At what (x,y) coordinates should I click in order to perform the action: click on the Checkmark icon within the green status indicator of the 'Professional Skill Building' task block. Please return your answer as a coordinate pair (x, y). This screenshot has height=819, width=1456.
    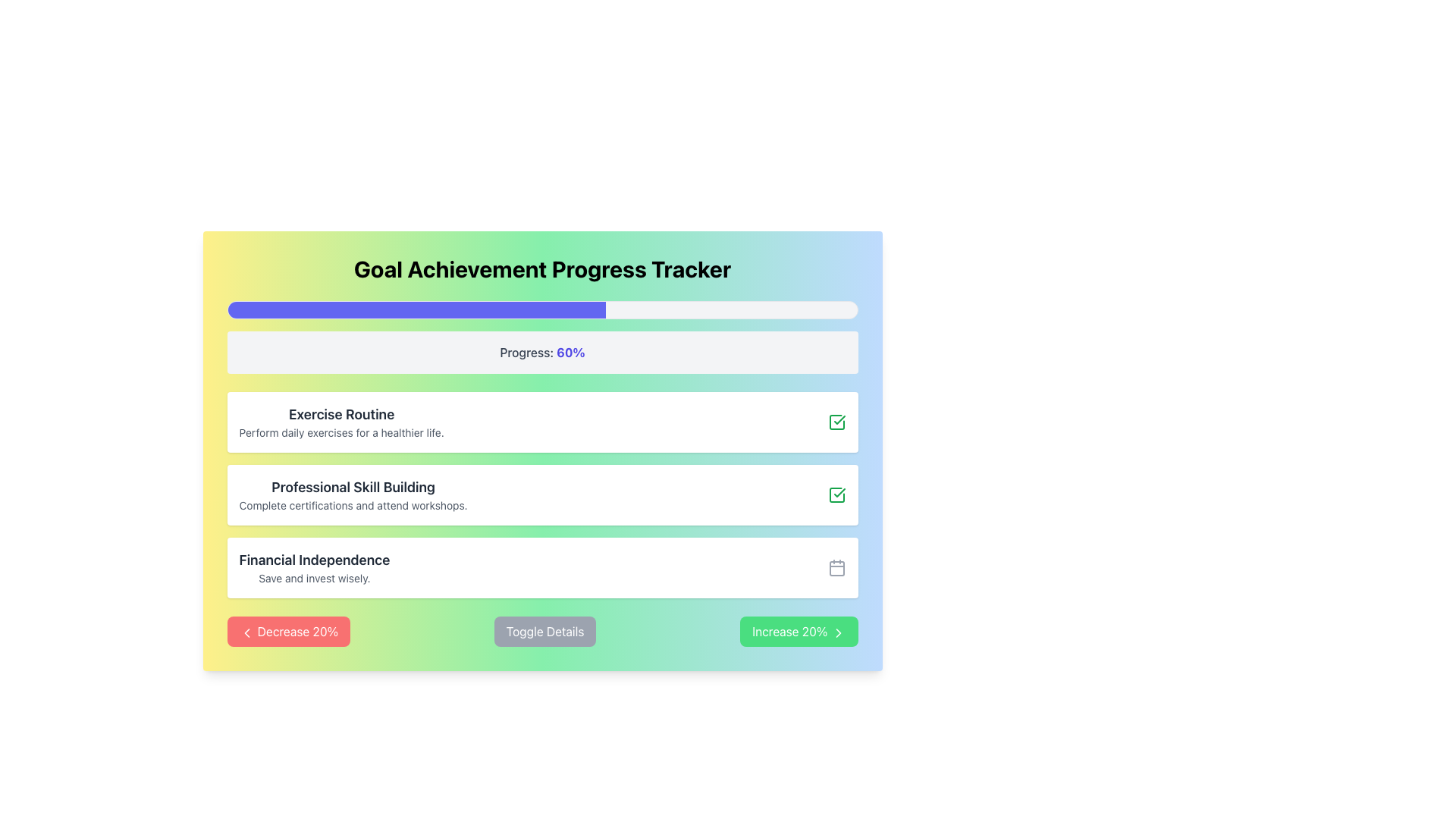
    Looking at the image, I should click on (839, 420).